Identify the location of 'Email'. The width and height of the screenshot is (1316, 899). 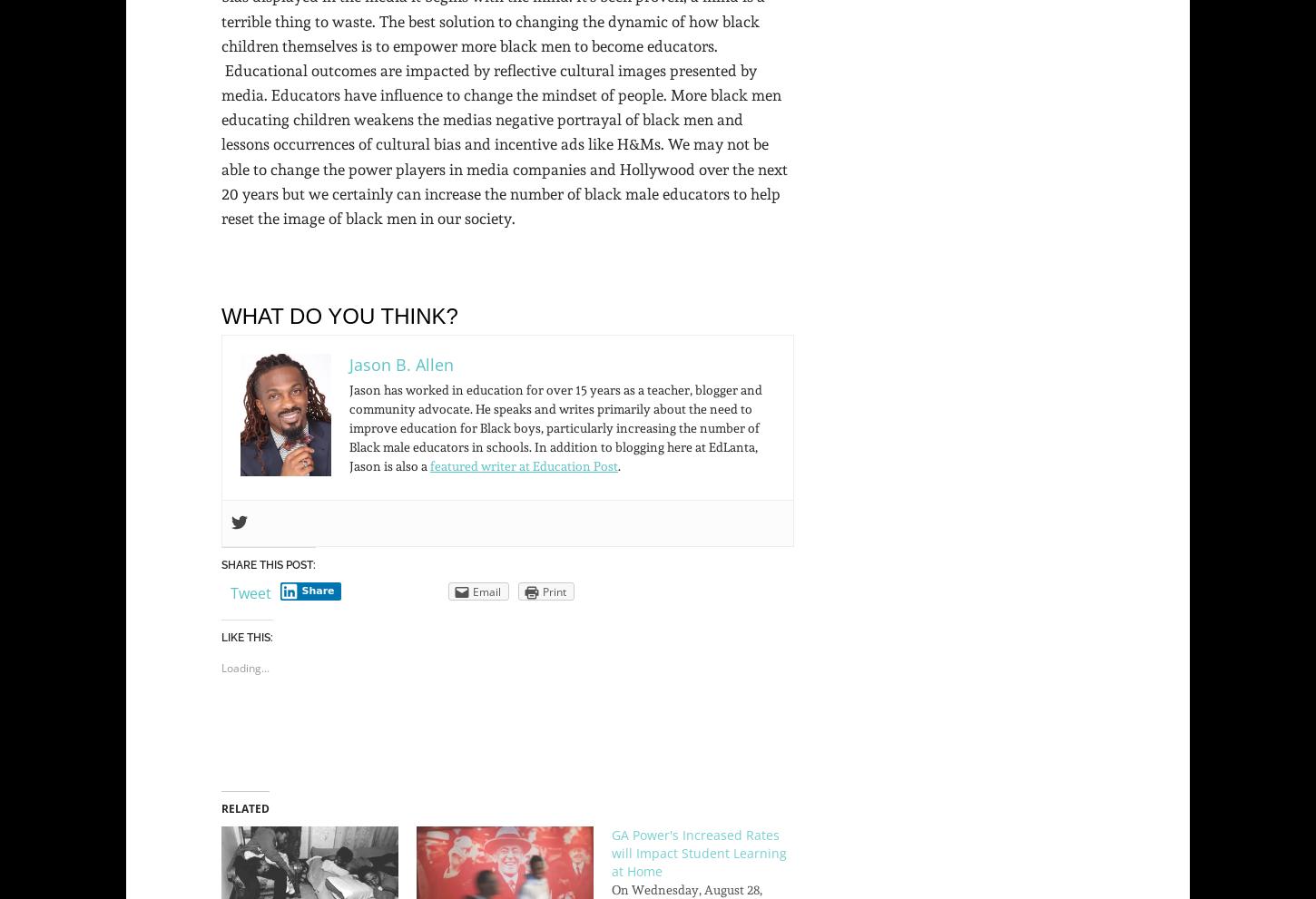
(486, 591).